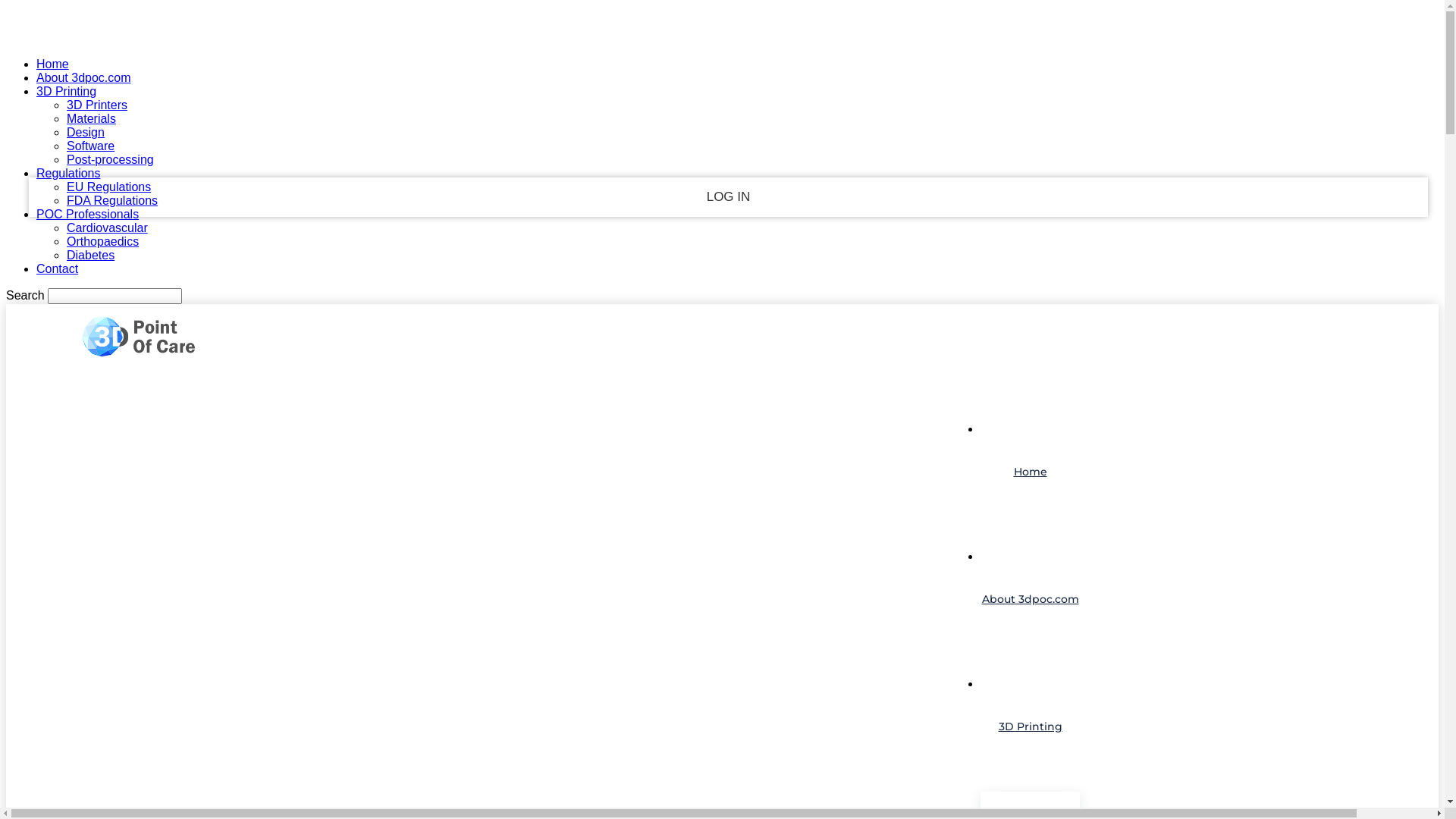 The image size is (1456, 819). What do you see at coordinates (1030, 598) in the screenshot?
I see `'About 3dpoc.com'` at bounding box center [1030, 598].